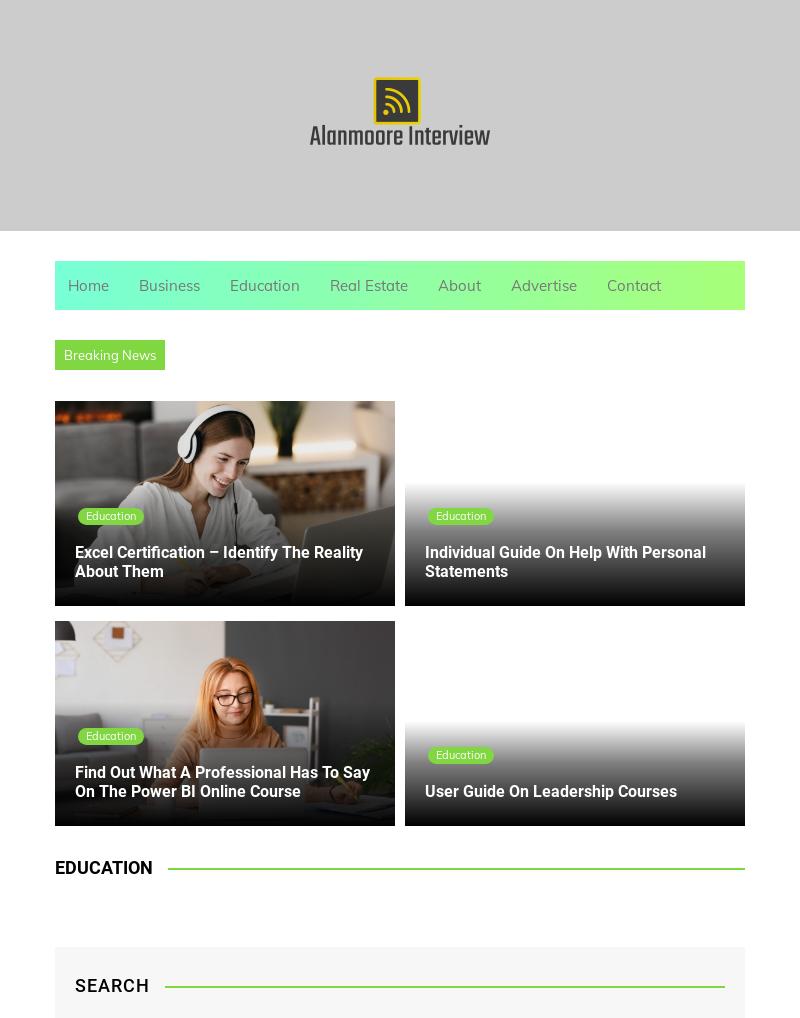 The image size is (800, 1018). I want to click on 'Breaking News', so click(109, 353).